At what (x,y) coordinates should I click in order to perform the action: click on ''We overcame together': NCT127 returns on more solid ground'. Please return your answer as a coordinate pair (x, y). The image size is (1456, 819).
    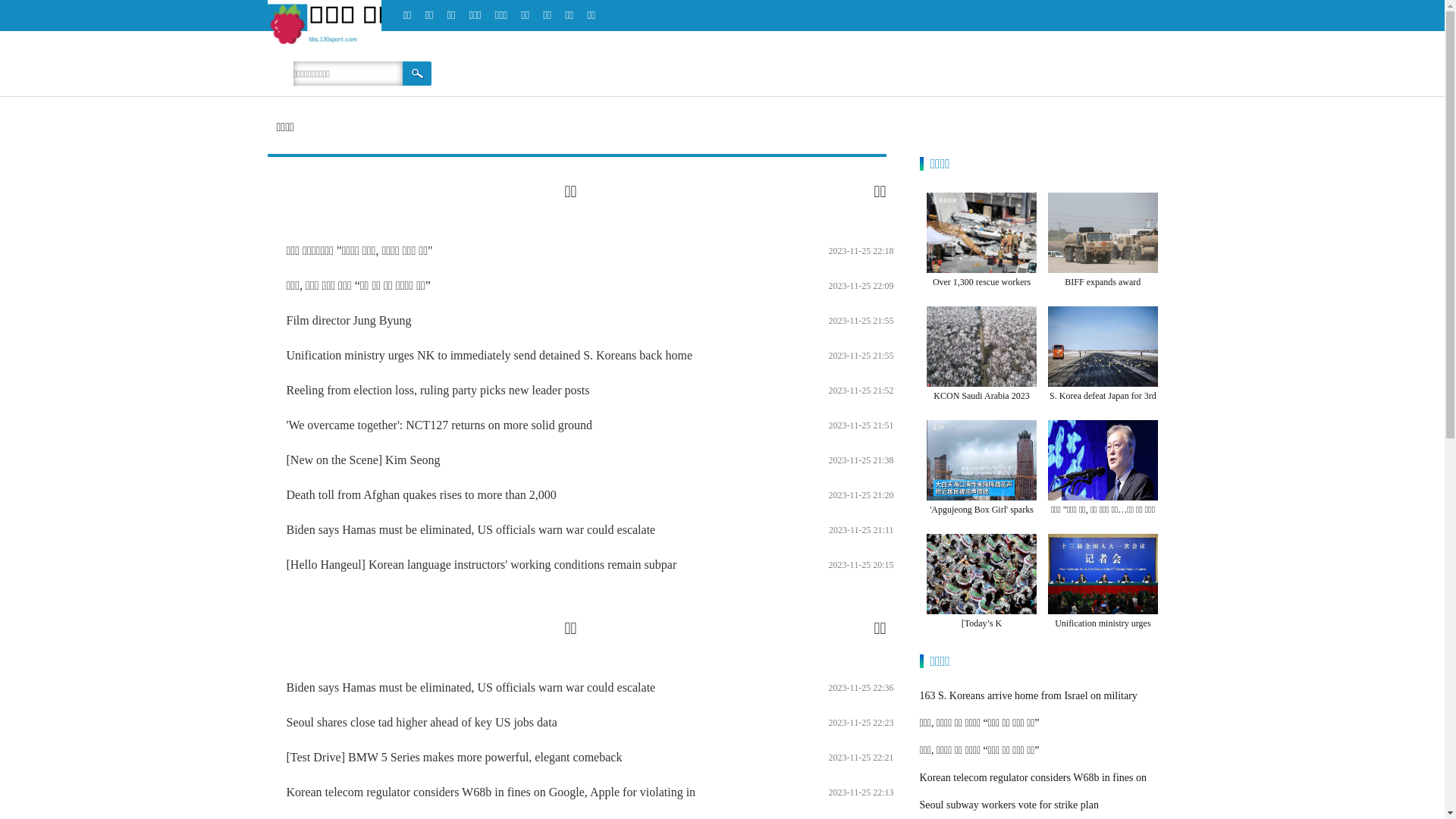
    Looking at the image, I should click on (287, 425).